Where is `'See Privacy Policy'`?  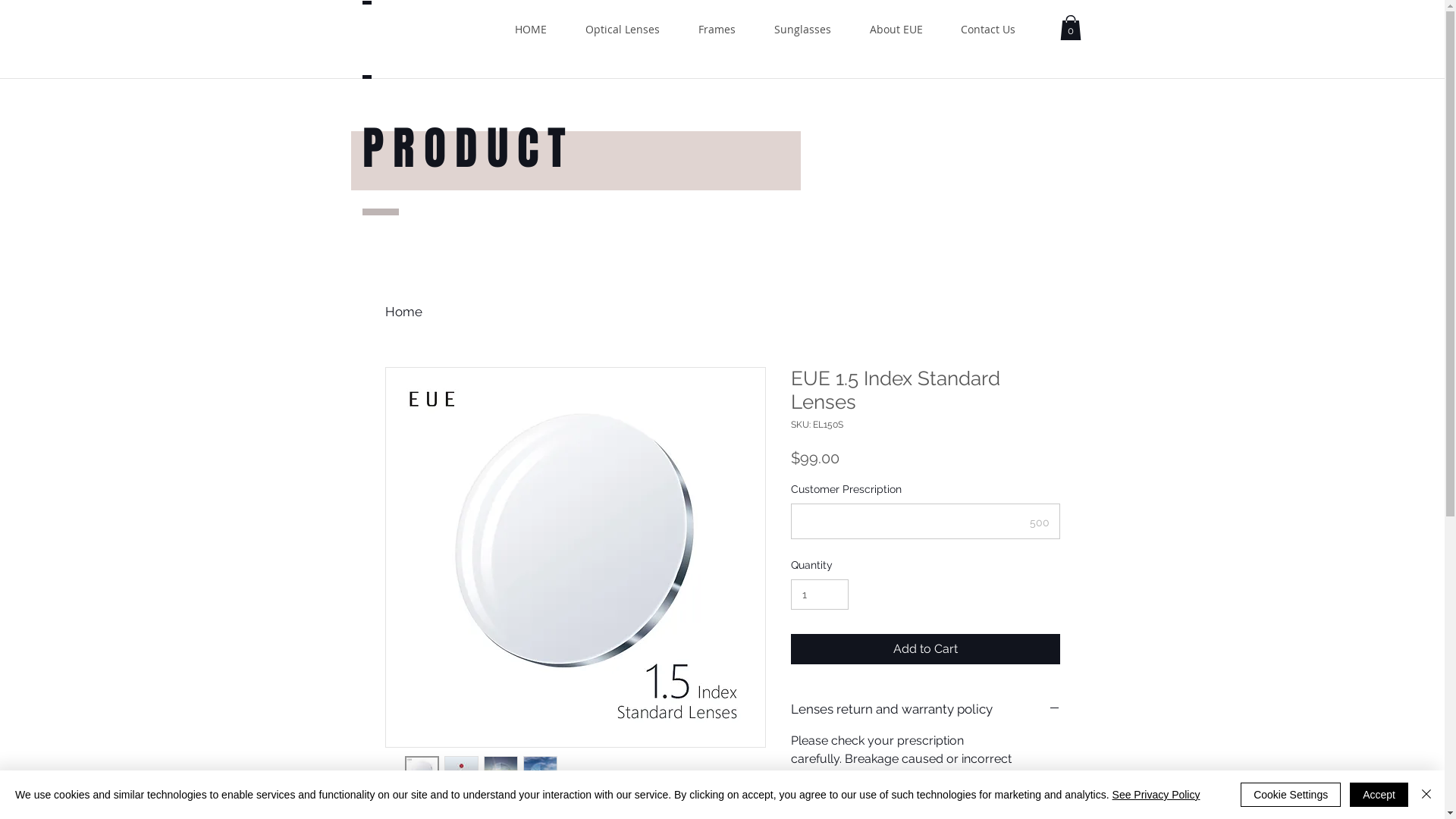
'See Privacy Policy' is located at coordinates (1156, 794).